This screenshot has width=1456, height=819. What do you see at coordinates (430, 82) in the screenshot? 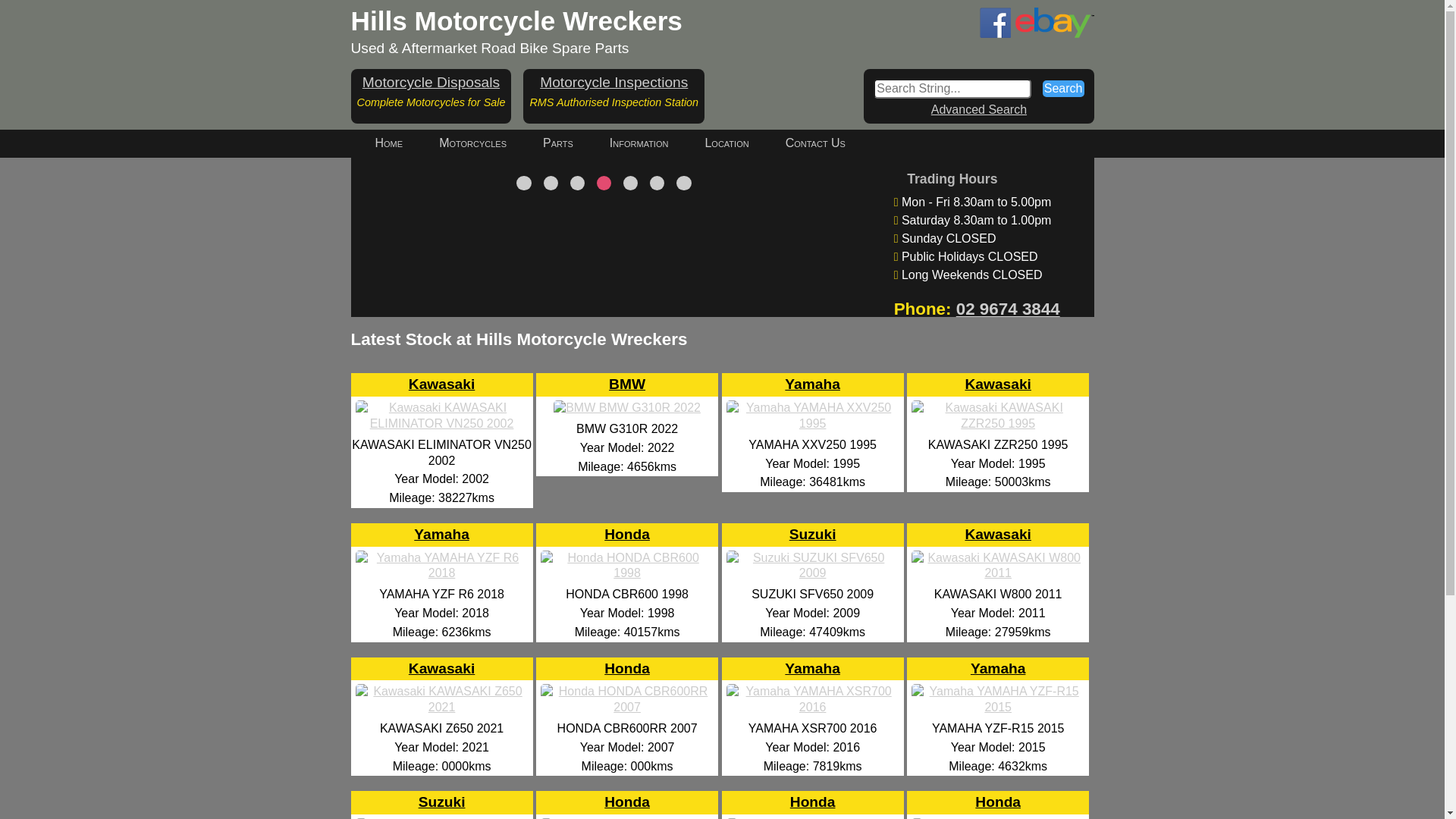
I see `'Motorcycle Disposals'` at bounding box center [430, 82].